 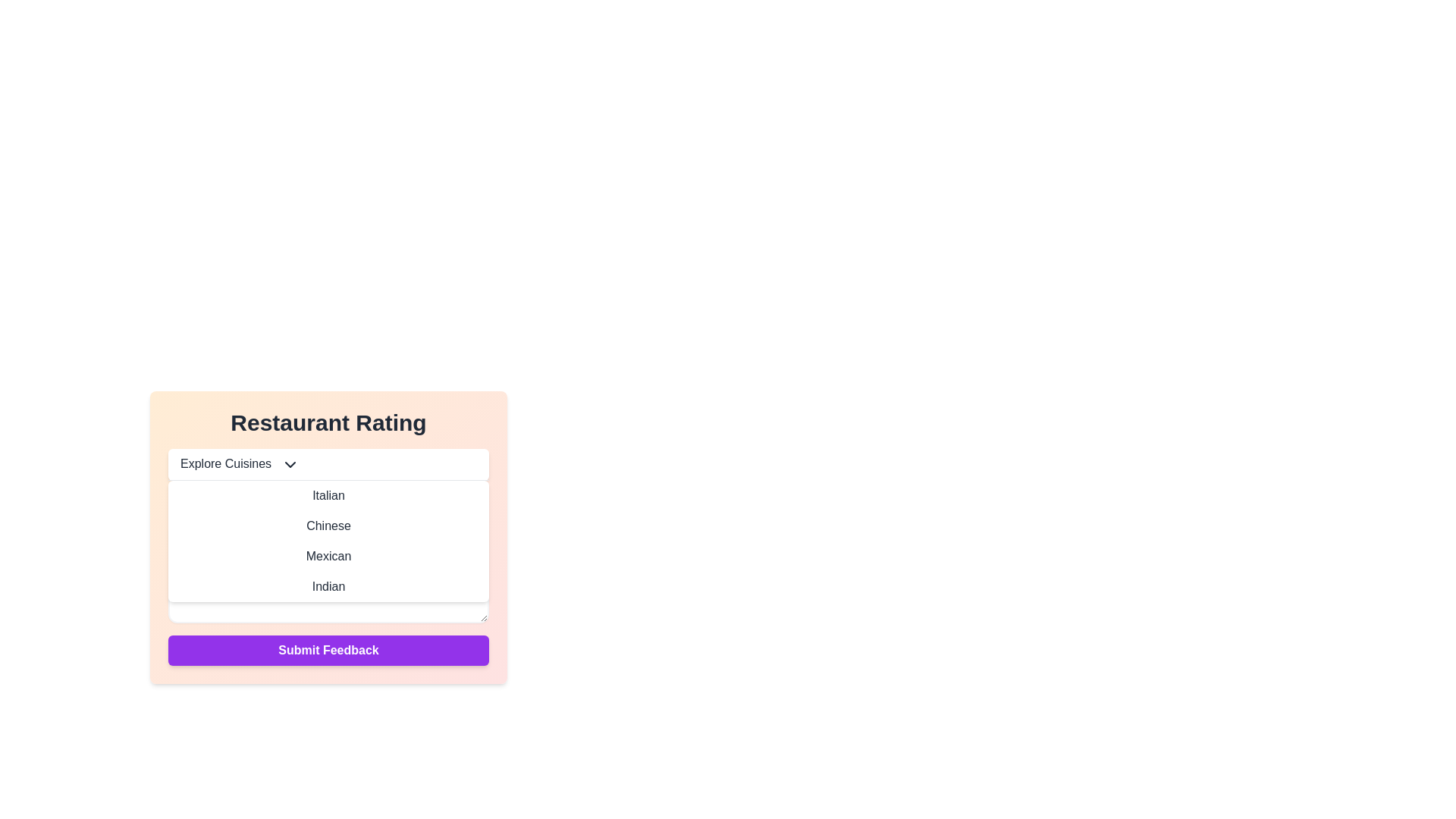 What do you see at coordinates (328, 423) in the screenshot?
I see `the static text header that indicates the context of the interface related to restaurant ratings, positioned above the 'Explore Cuisines' dropdown` at bounding box center [328, 423].